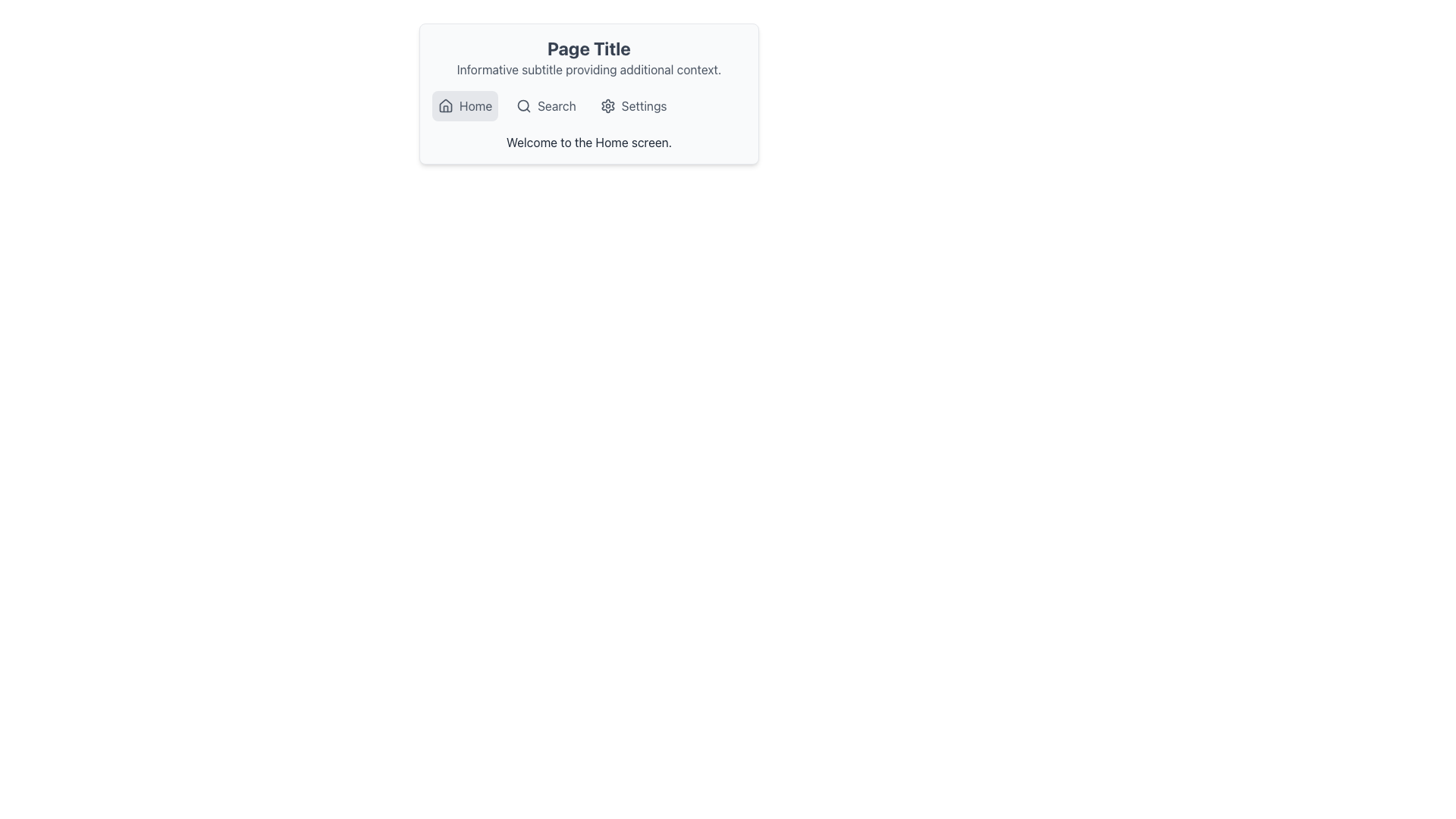 The image size is (1456, 819). I want to click on the third button in the horizontal row under the heading, so click(633, 105).